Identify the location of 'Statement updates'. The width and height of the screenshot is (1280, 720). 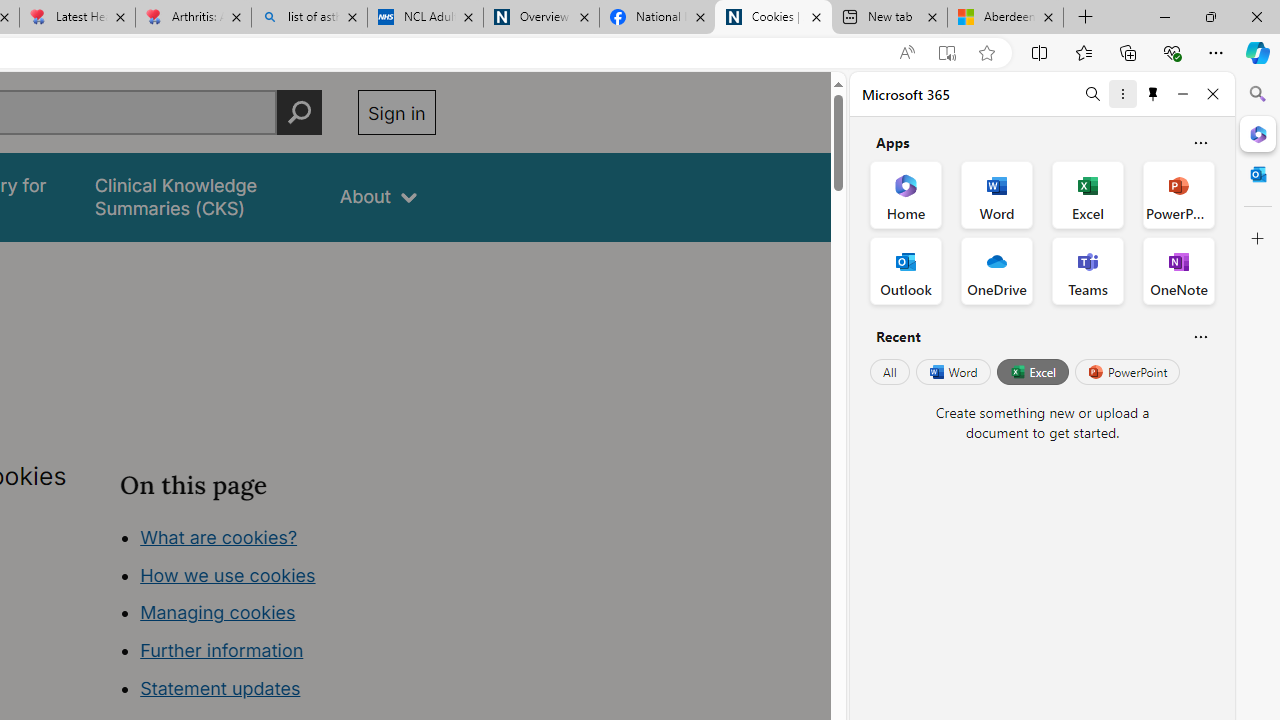
(220, 688).